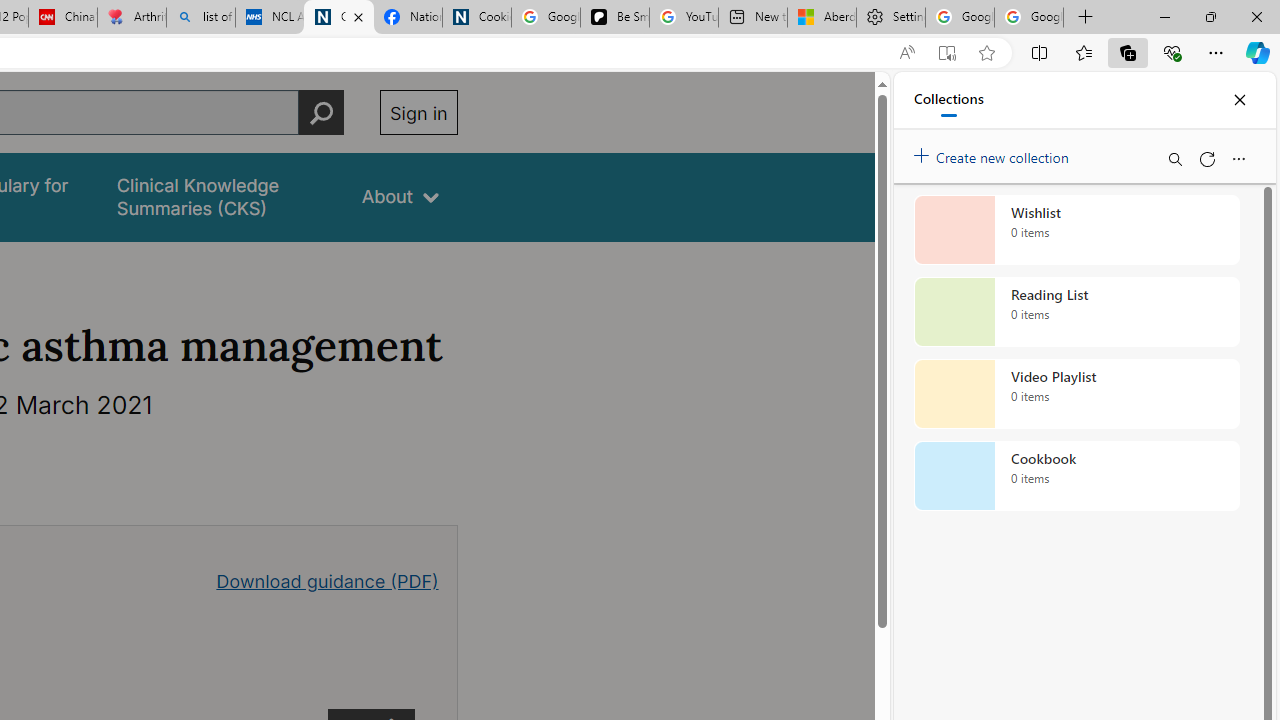 The height and width of the screenshot is (720, 1280). I want to click on 'Reading List collection, 0 items', so click(1076, 312).